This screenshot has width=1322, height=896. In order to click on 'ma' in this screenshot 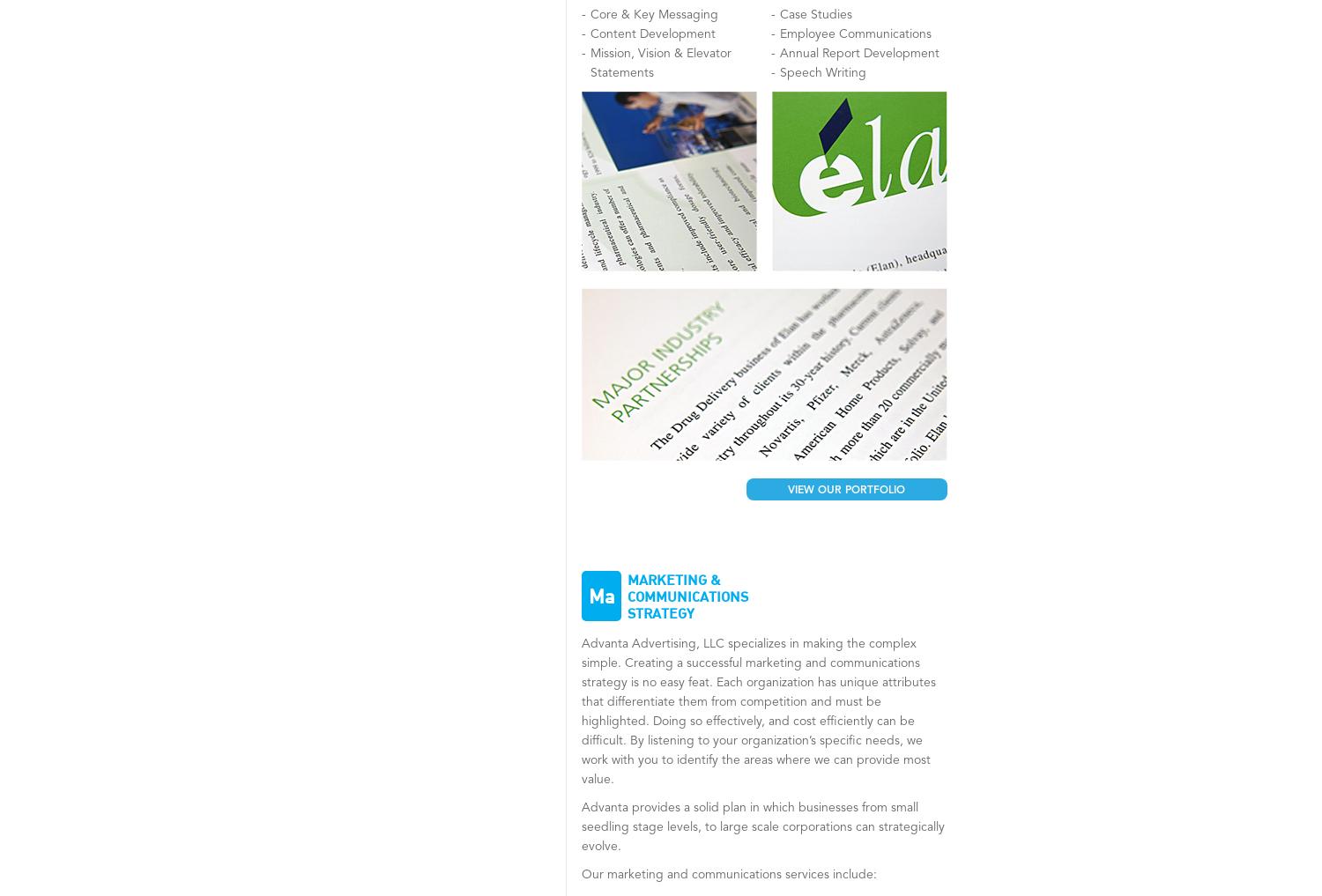, I will do `click(588, 595)`.